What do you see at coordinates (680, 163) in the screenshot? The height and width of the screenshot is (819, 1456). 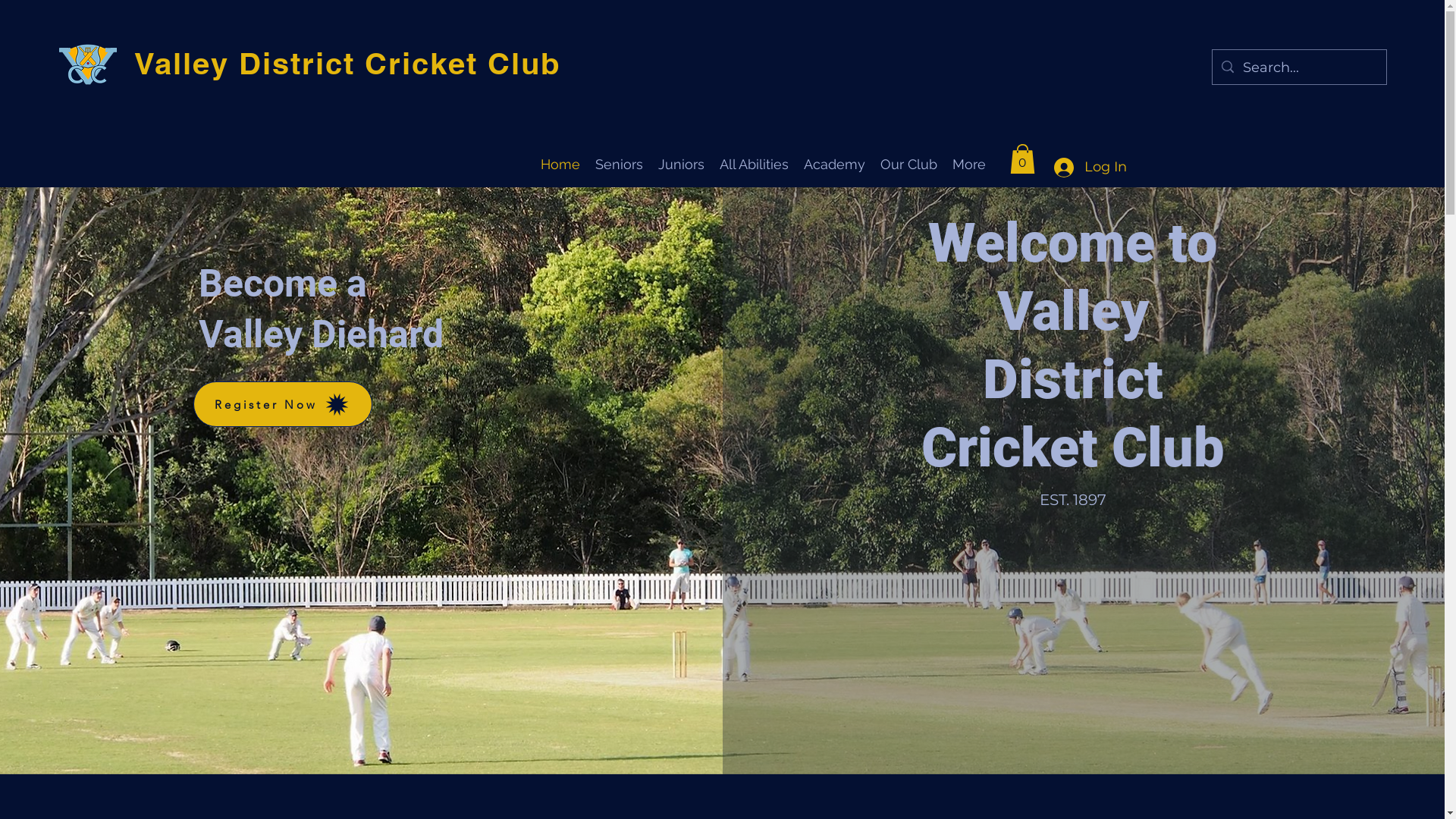 I see `'Juniors'` at bounding box center [680, 163].